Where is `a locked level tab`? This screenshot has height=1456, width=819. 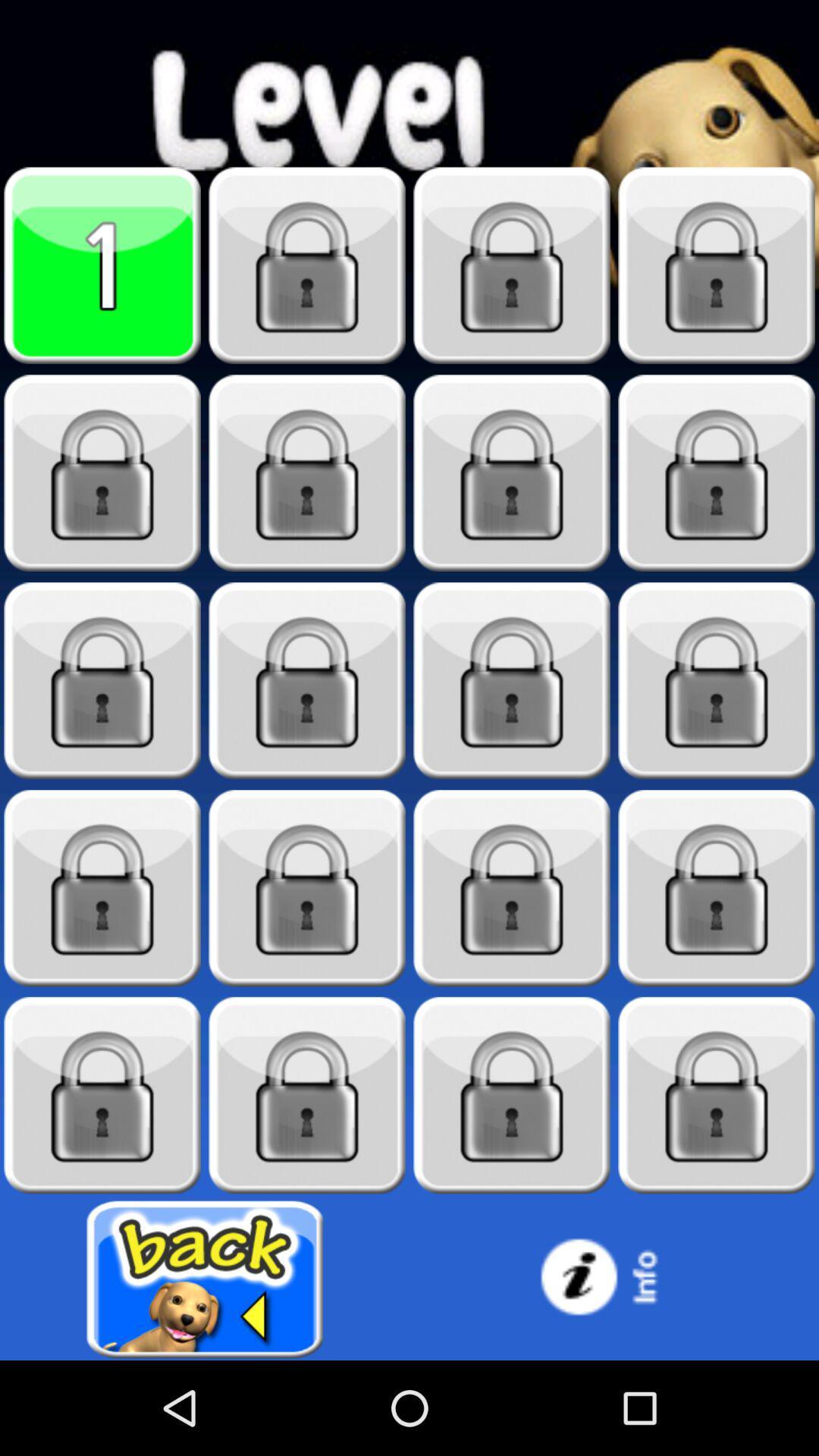
a locked level tab is located at coordinates (307, 1095).